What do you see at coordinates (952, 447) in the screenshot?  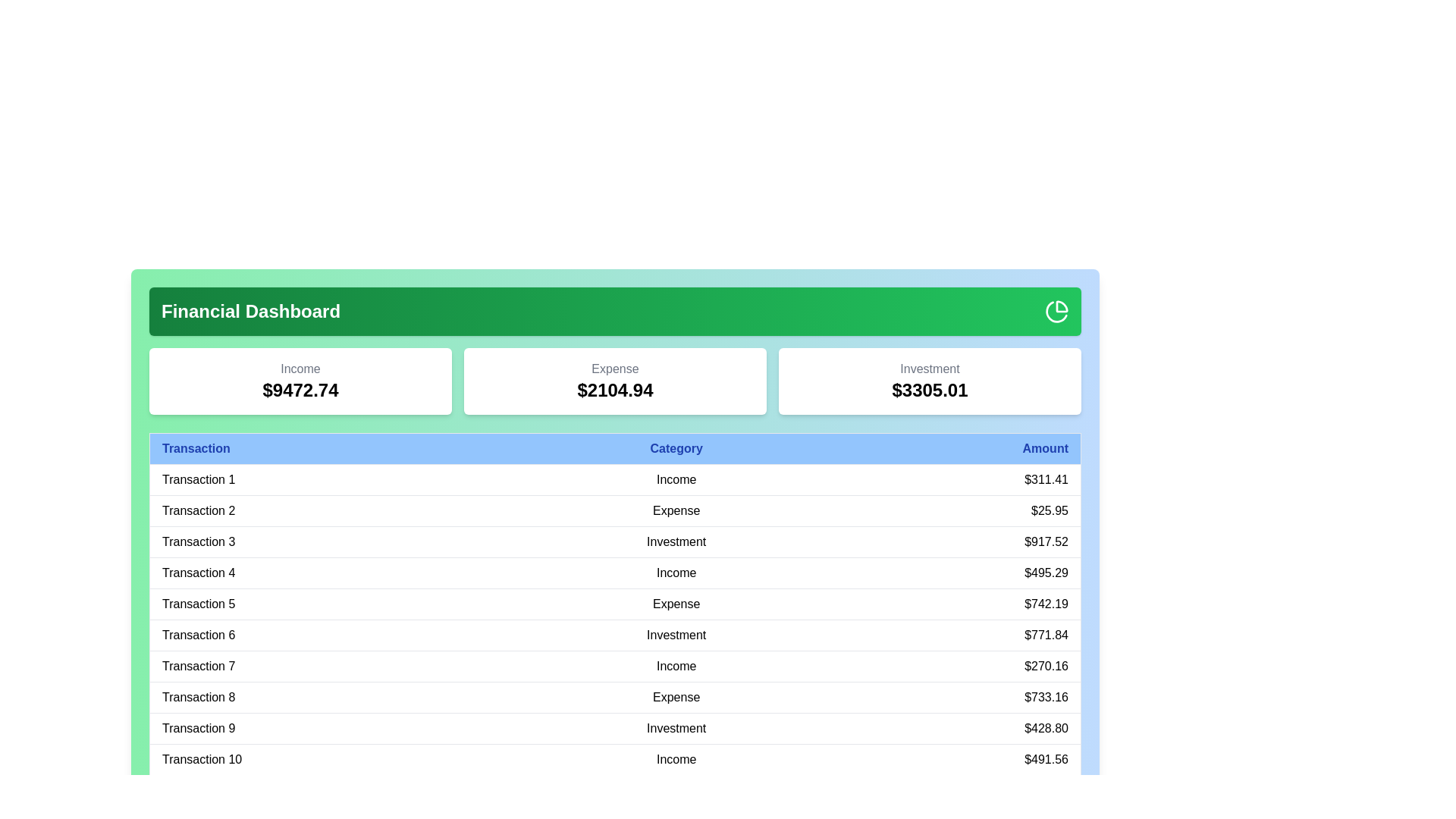 I see `the column header to sort by Amount` at bounding box center [952, 447].